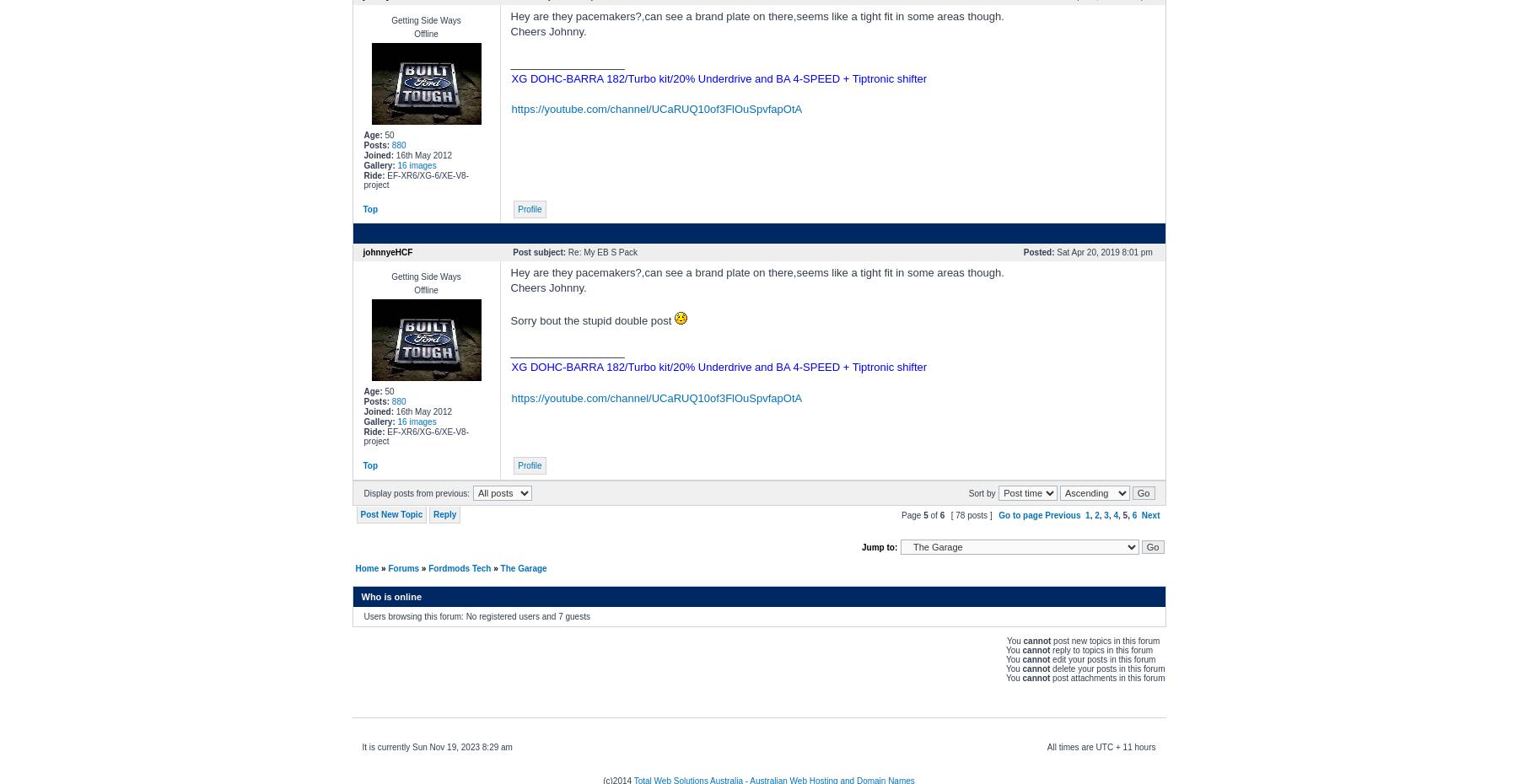 The image size is (1518, 784). I want to click on 'Previous', so click(1063, 515).